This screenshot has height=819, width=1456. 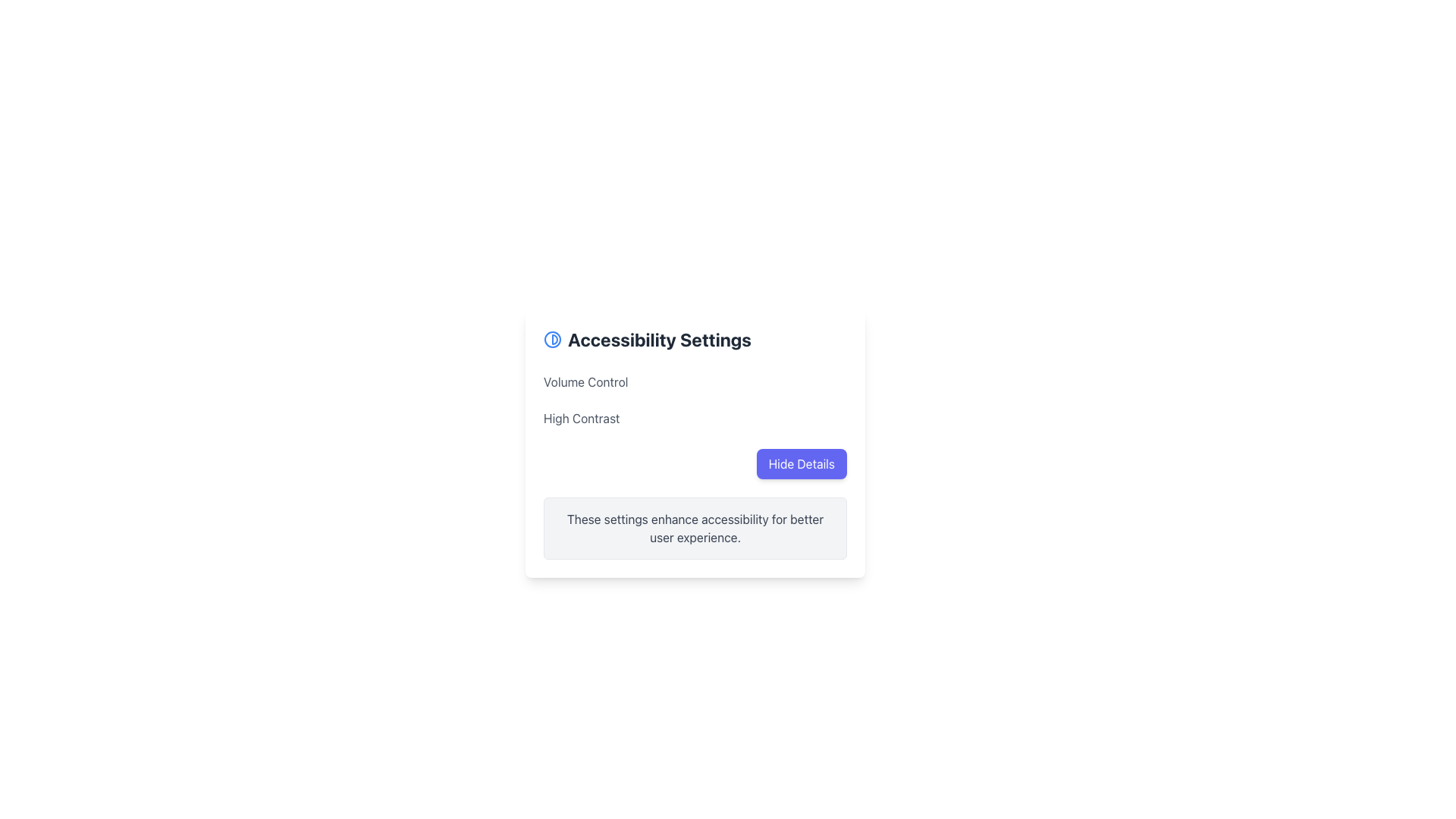 What do you see at coordinates (552, 338) in the screenshot?
I see `the 'Accessibility Settings' icon located to the left of the text, which serves as an indicator for accessibility options` at bounding box center [552, 338].